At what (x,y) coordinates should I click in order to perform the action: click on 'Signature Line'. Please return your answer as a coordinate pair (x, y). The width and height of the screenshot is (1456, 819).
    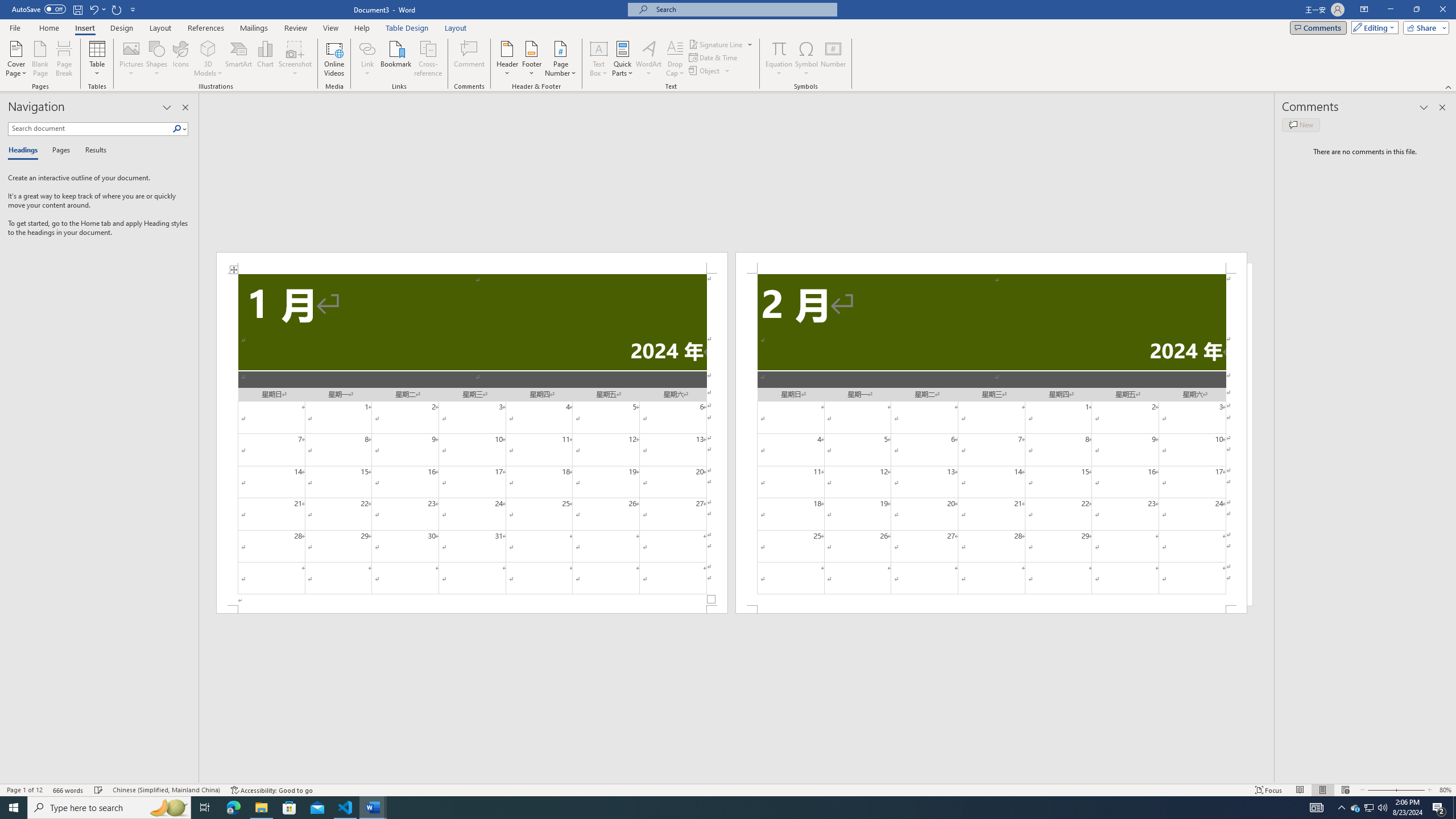
    Looking at the image, I should click on (721, 44).